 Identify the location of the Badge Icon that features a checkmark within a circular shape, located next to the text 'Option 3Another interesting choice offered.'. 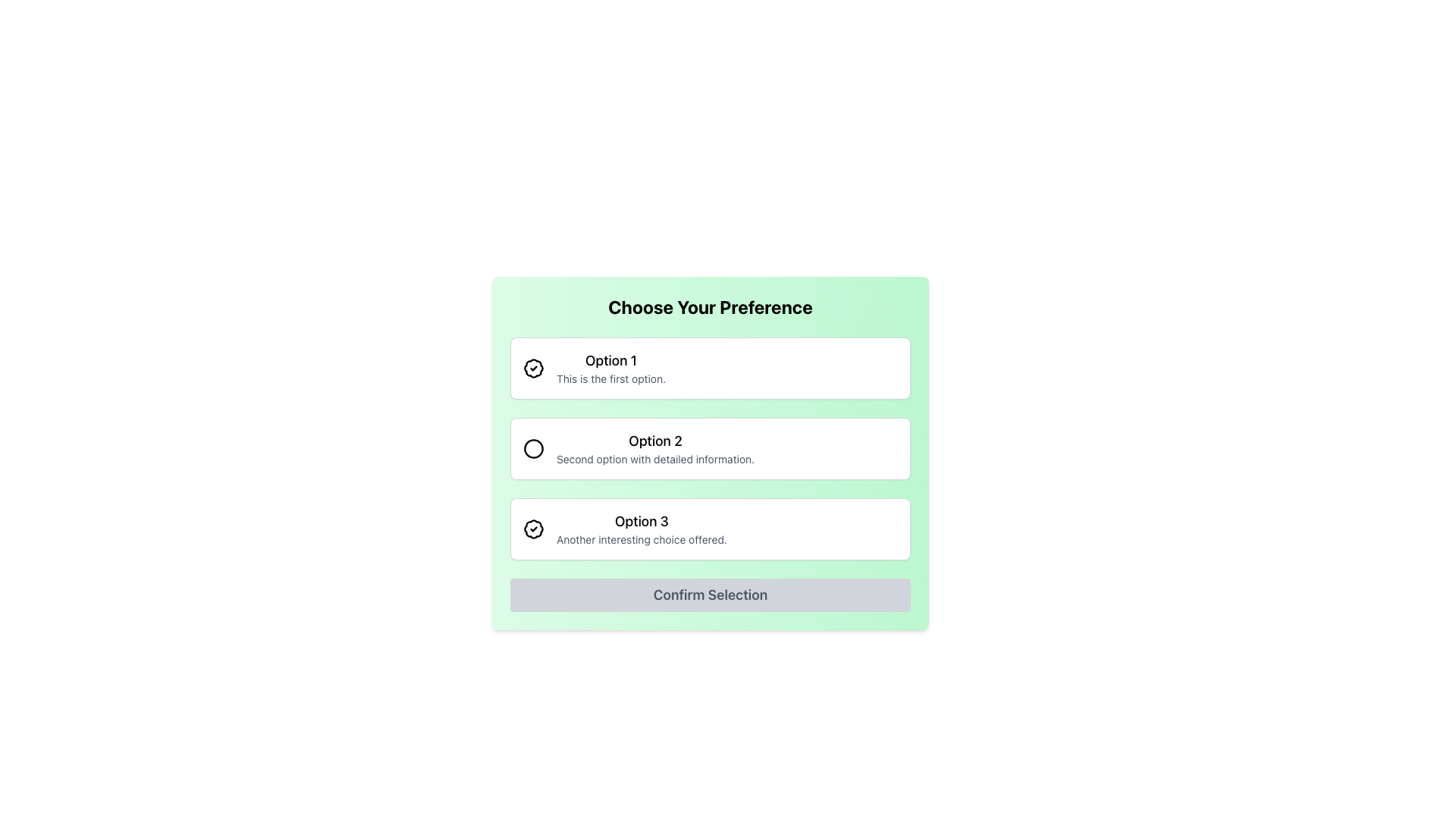
(534, 529).